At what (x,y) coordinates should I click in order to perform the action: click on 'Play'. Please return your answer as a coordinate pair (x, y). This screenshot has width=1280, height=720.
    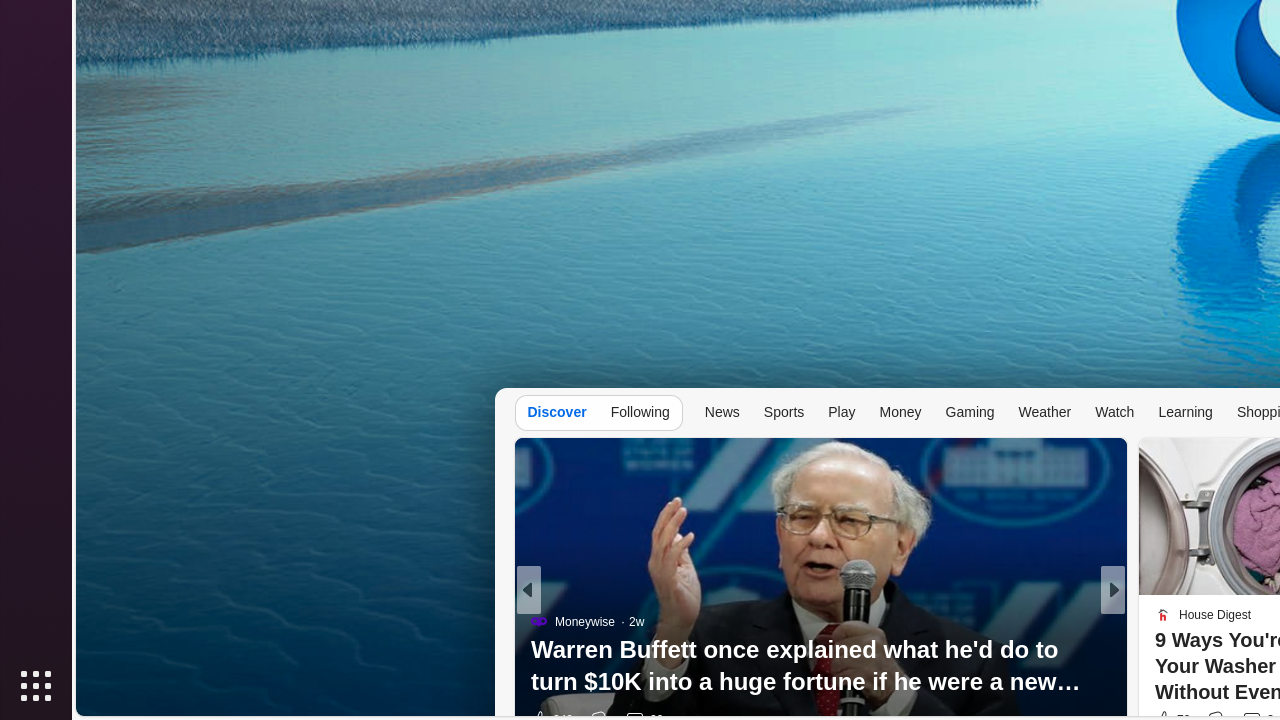
    Looking at the image, I should click on (841, 410).